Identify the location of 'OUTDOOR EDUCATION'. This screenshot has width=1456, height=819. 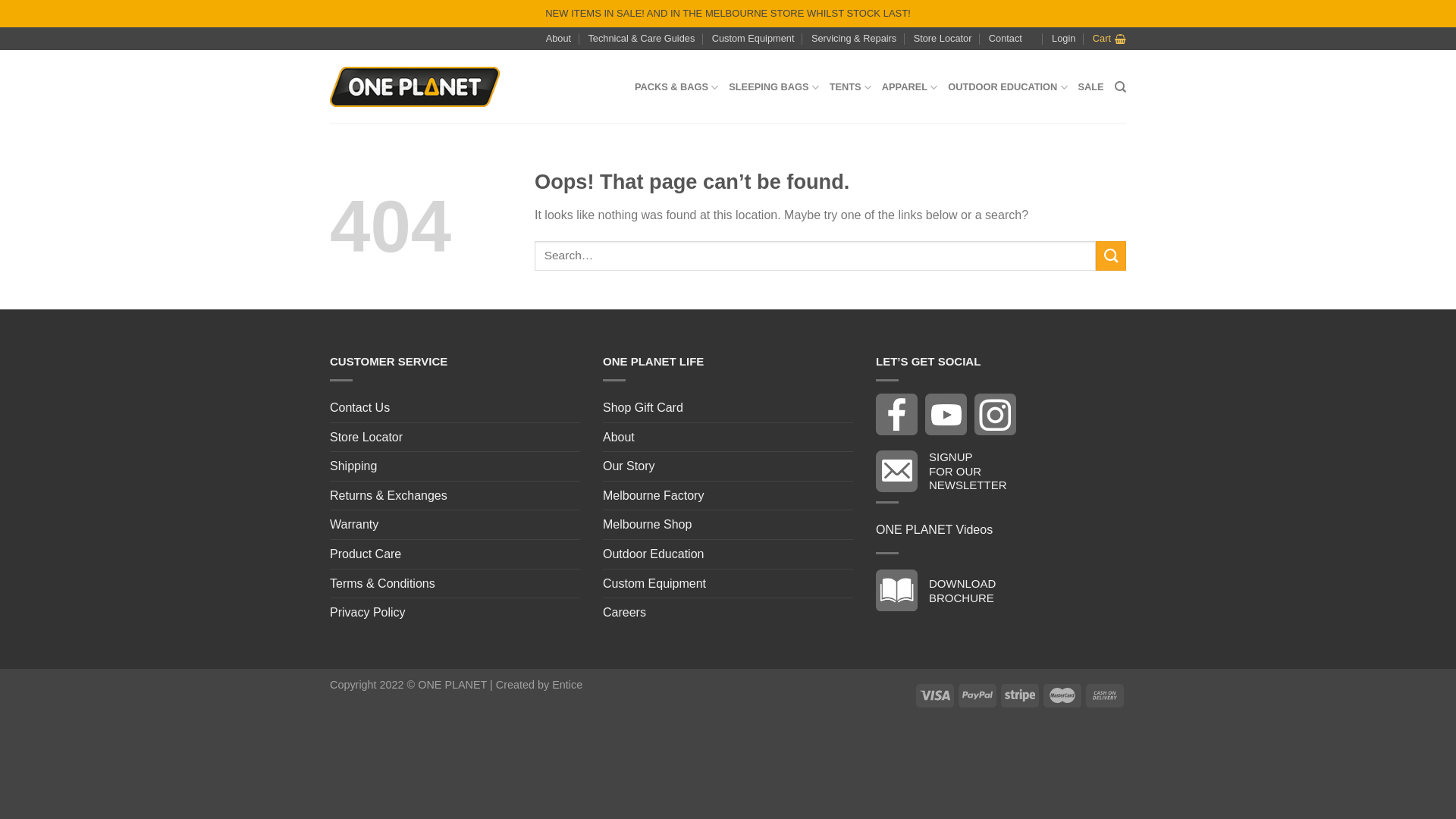
(1007, 87).